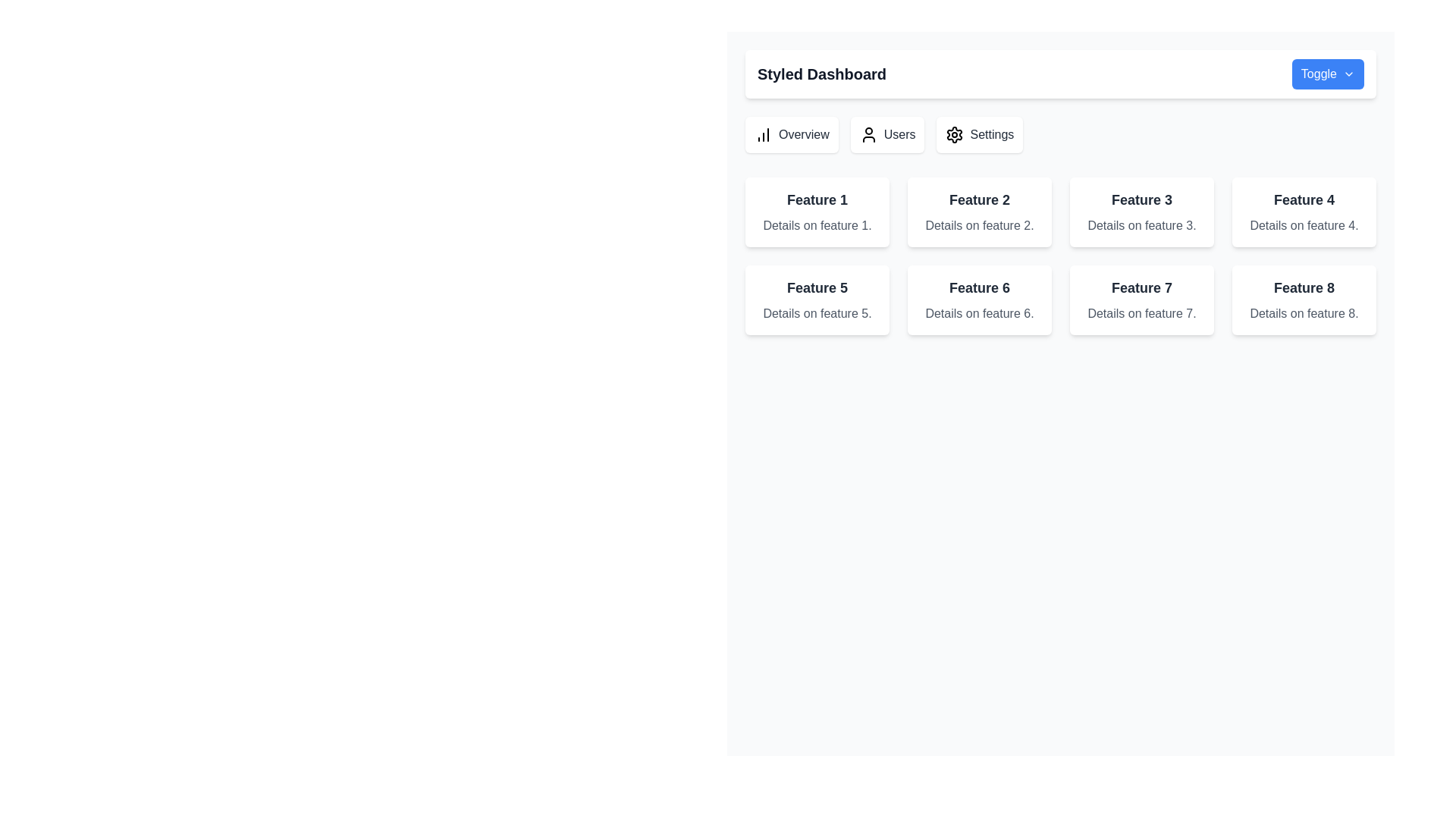  I want to click on the Text label that serves as an information label in the top bar of the interface, positioned between the user icon and the 'Settings' label, so click(899, 133).